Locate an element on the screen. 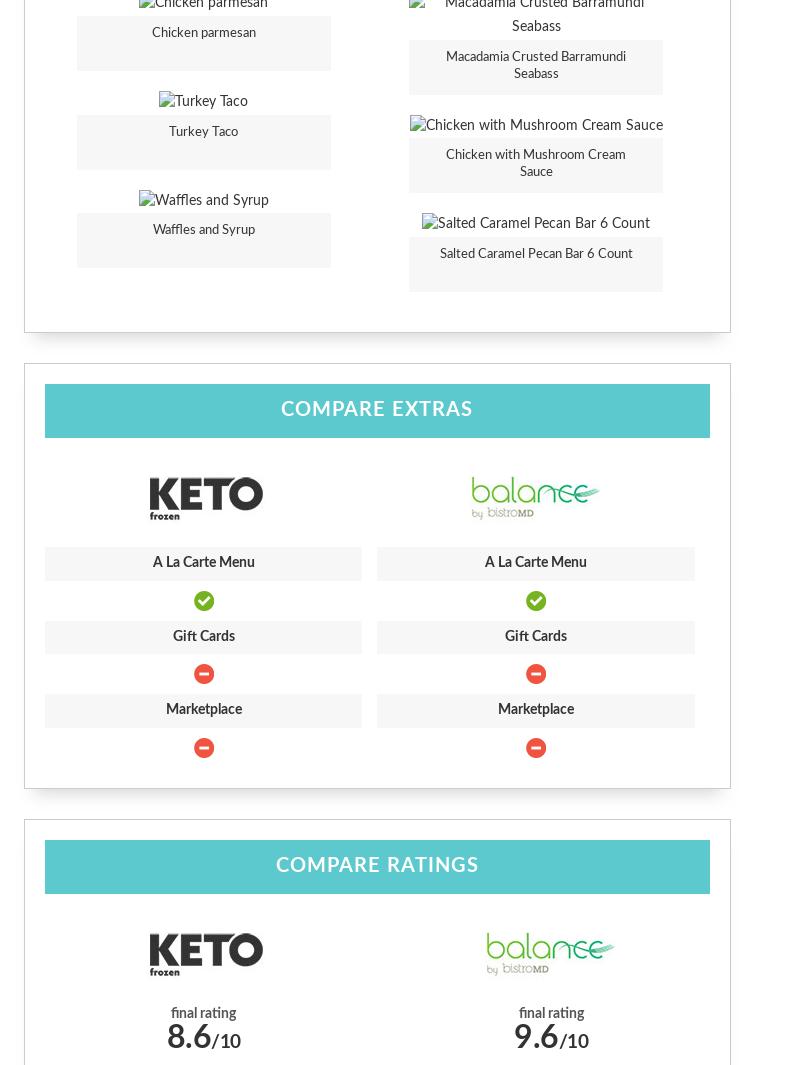  '9.6' is located at coordinates (536, 1036).